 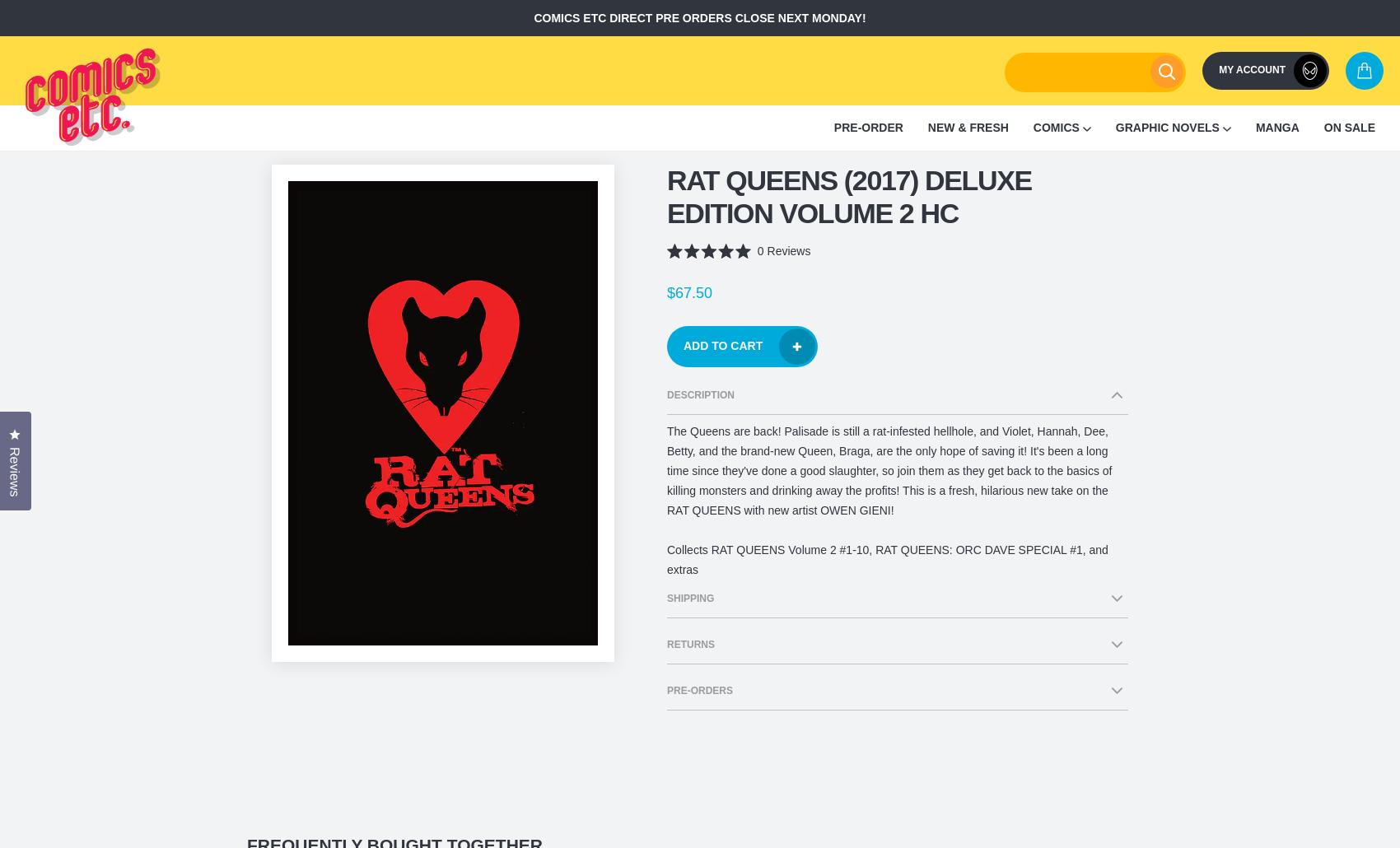 I want to click on 'Add to Cart', so click(x=682, y=346).